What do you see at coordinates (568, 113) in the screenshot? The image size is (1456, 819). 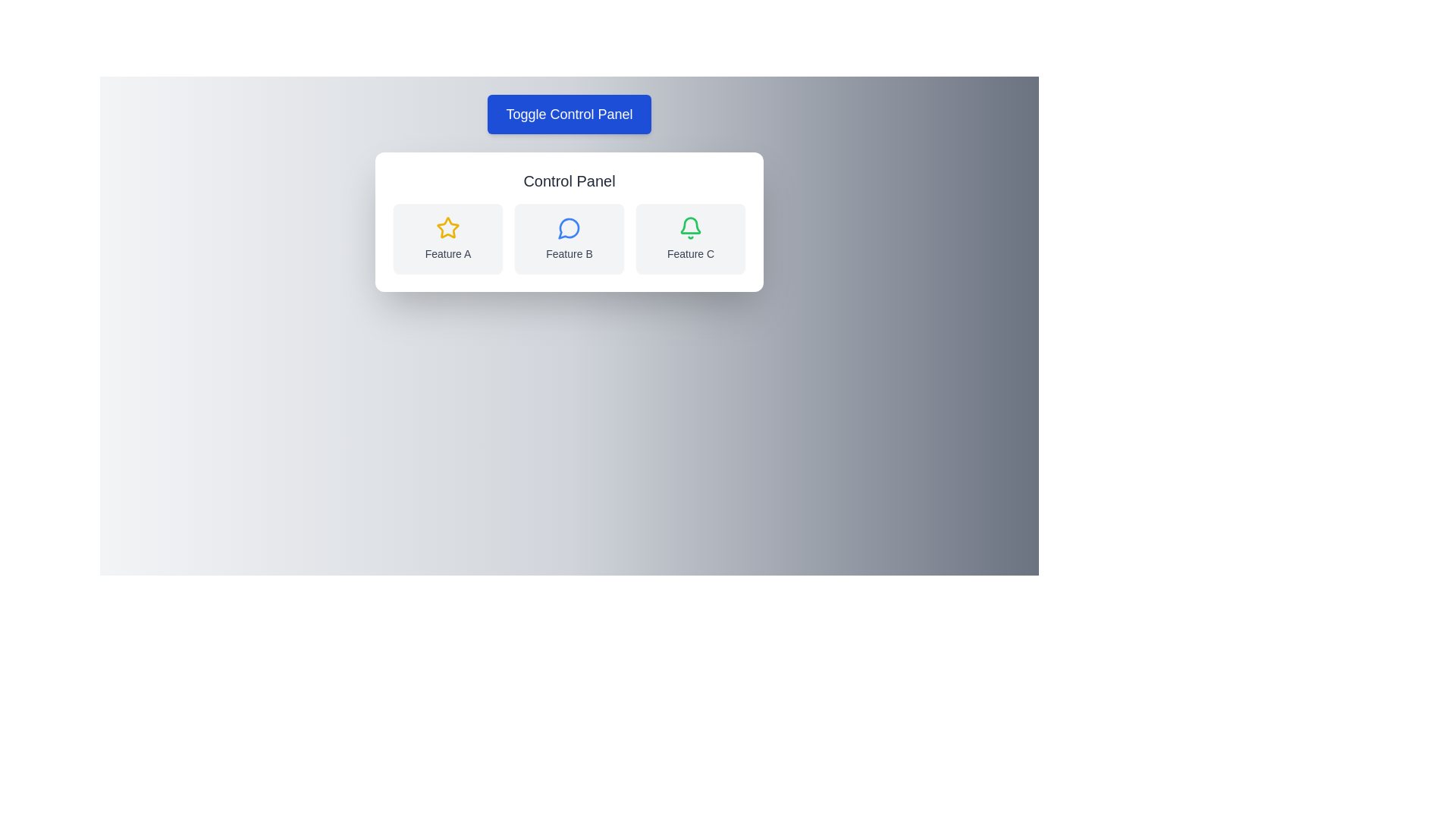 I see `the blue button labeled 'Toggle Control Panel'` at bounding box center [568, 113].